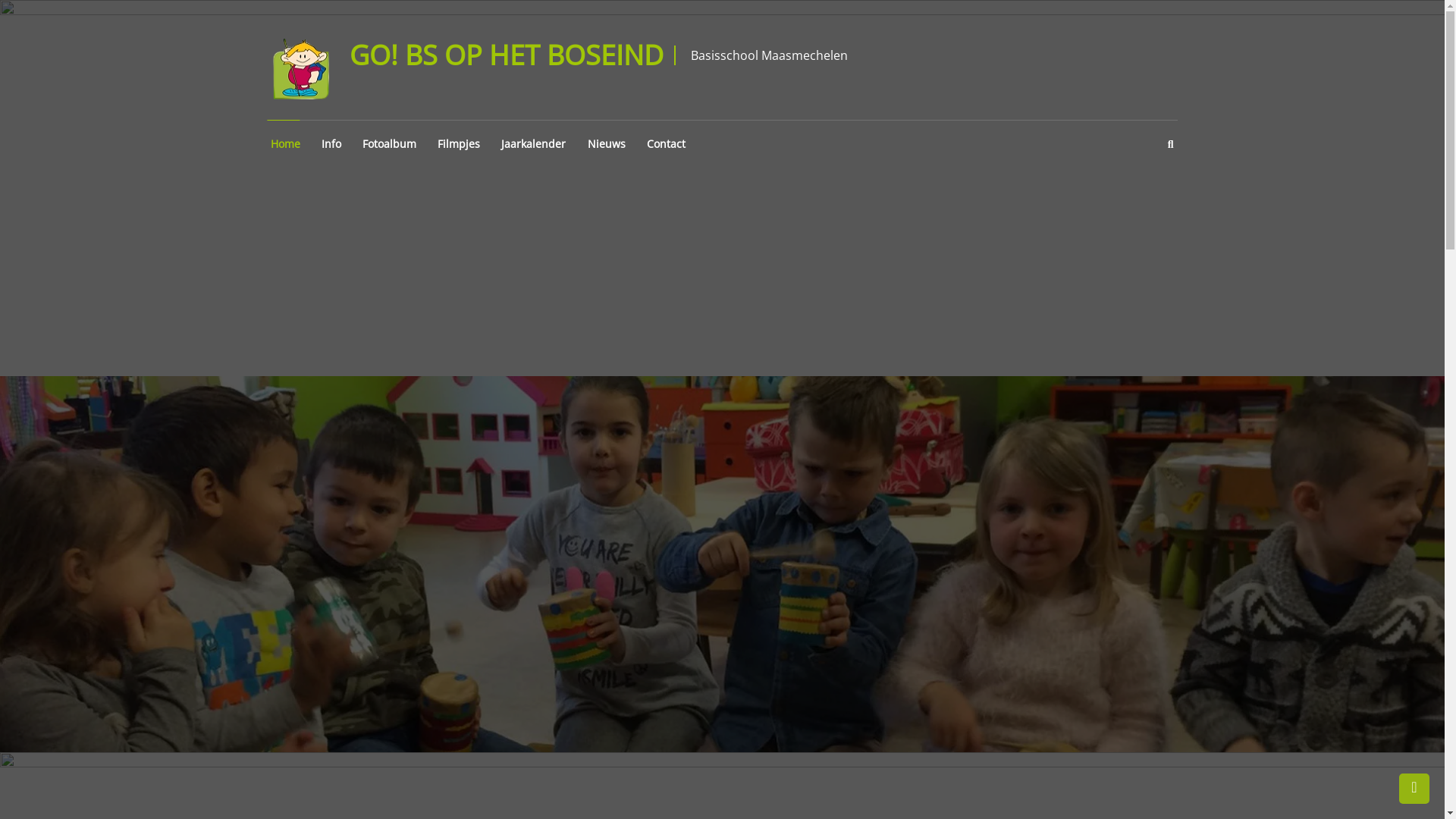  Describe the element at coordinates (825, 427) in the screenshot. I see `'Search'` at that location.